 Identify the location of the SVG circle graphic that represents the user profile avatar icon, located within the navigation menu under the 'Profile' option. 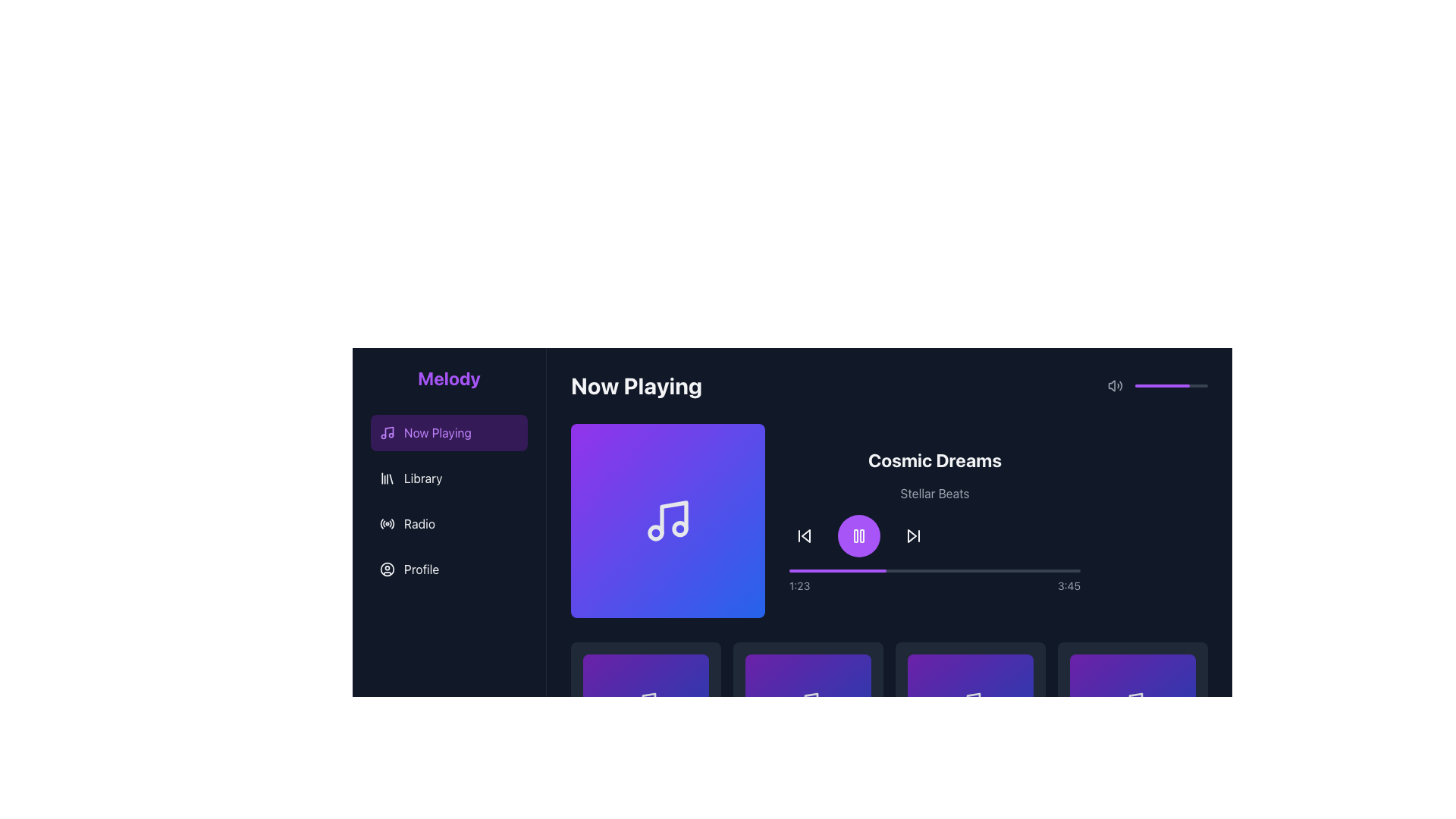
(387, 570).